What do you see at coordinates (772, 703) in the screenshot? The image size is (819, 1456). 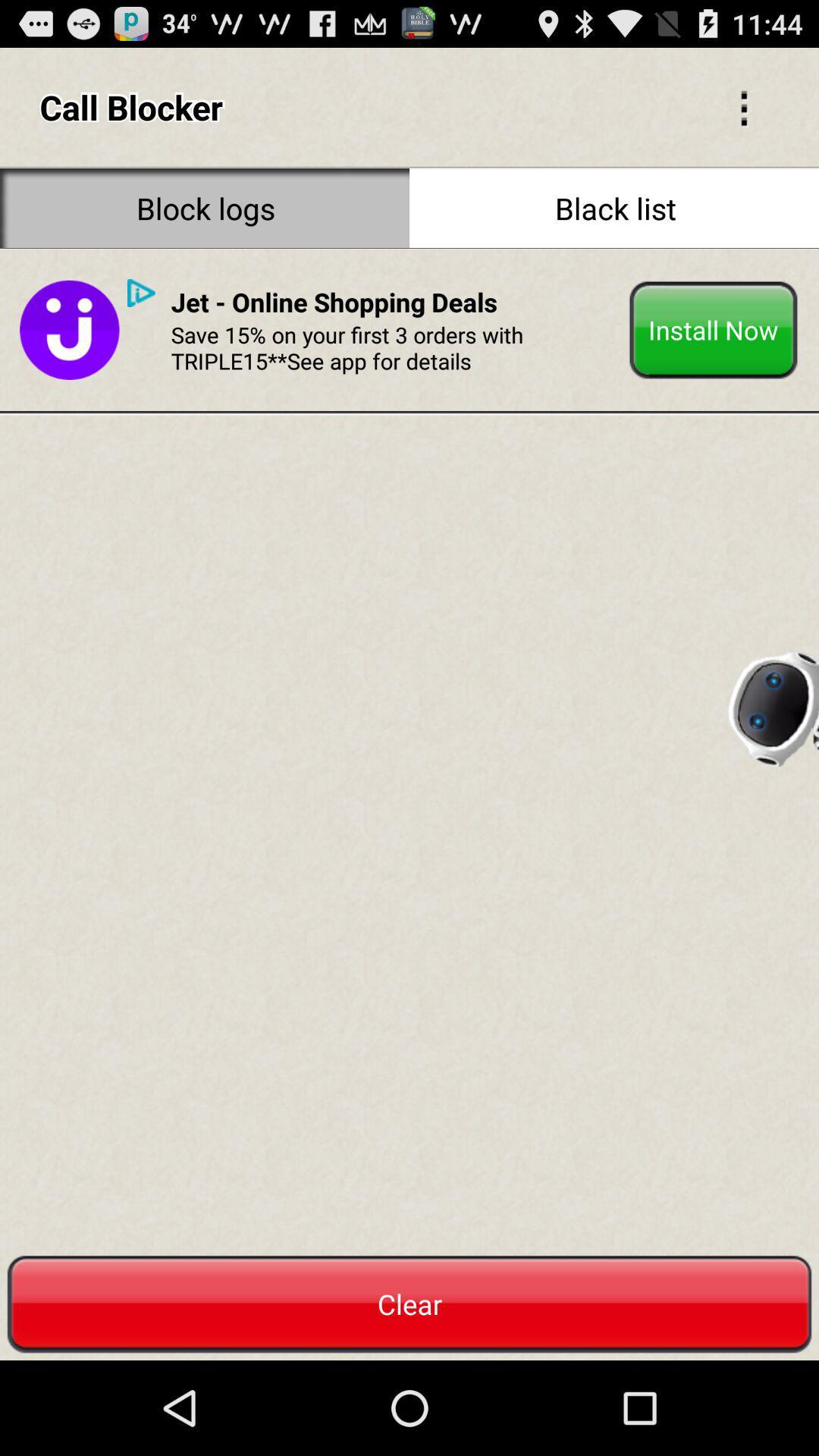 I see `icon above the clear icon` at bounding box center [772, 703].